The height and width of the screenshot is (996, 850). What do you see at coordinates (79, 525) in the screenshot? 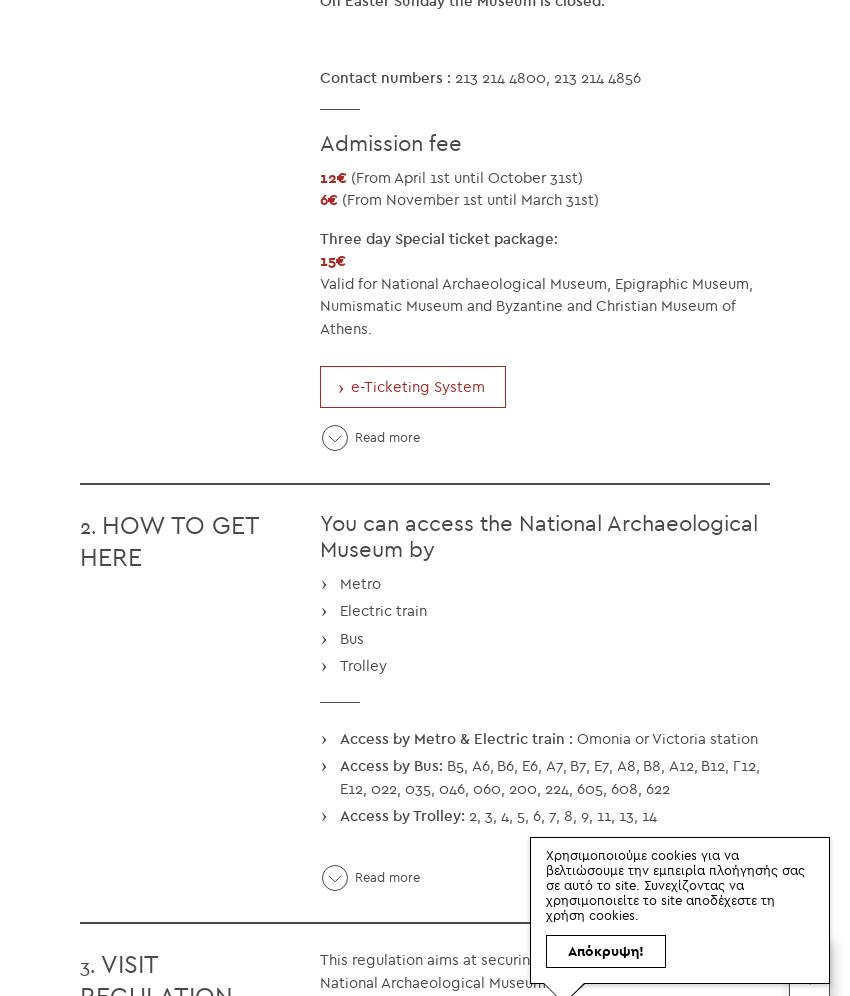
I see `'2.'` at bounding box center [79, 525].